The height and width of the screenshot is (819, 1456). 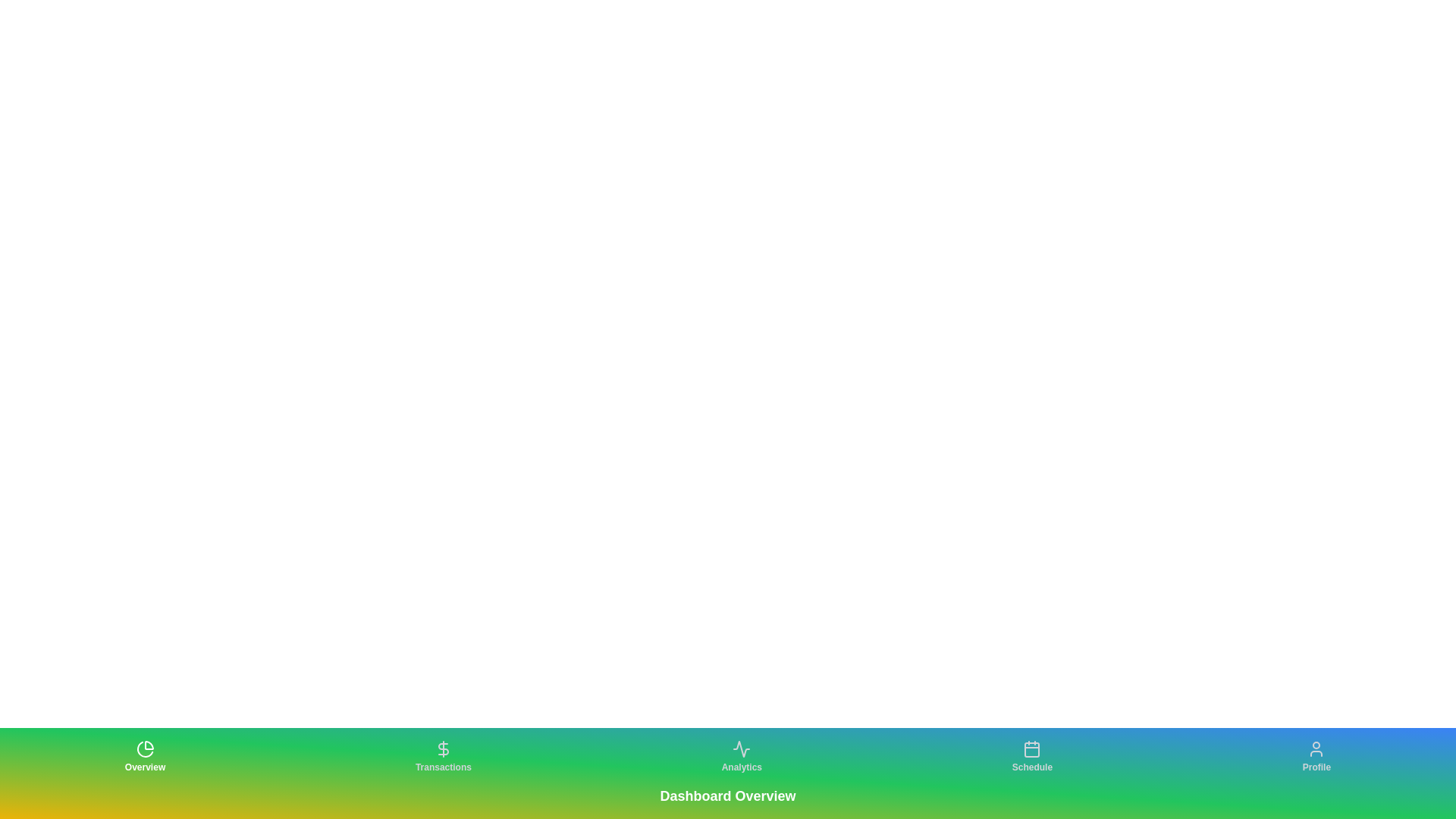 What do you see at coordinates (742, 757) in the screenshot?
I see `the tab labeled Analytics to observe its hover effect` at bounding box center [742, 757].